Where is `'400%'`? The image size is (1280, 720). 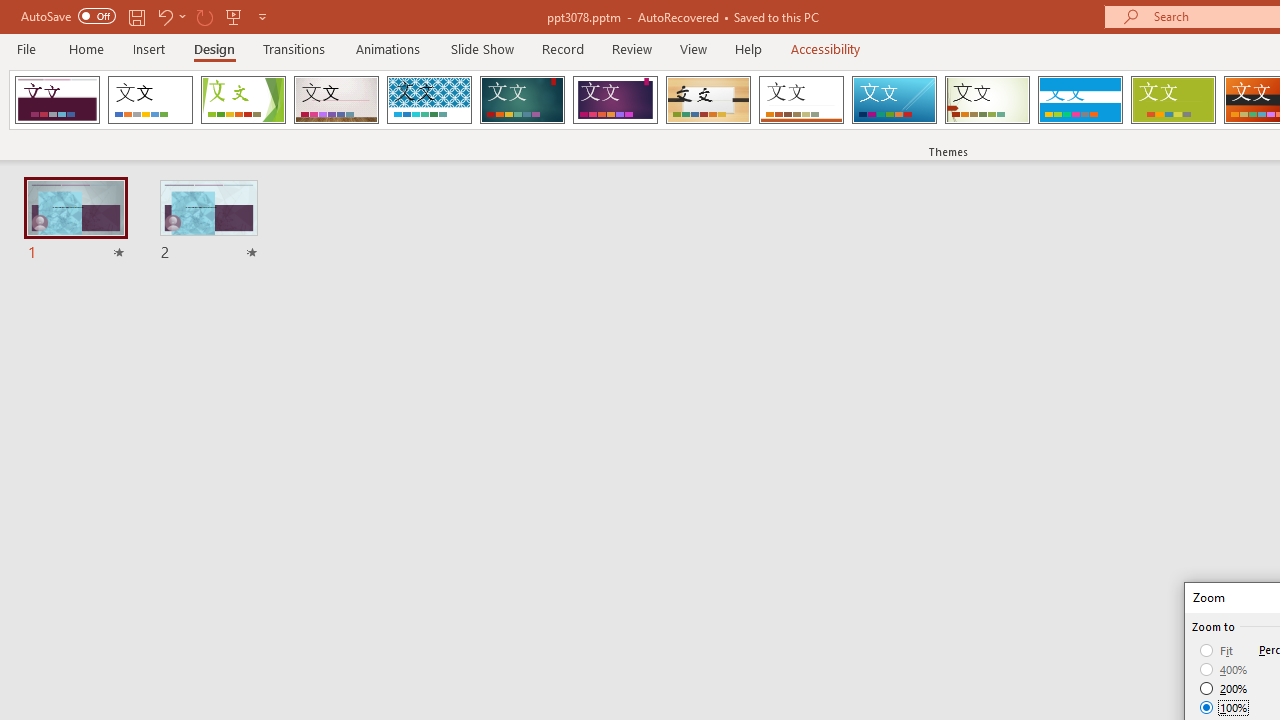
'400%' is located at coordinates (1223, 669).